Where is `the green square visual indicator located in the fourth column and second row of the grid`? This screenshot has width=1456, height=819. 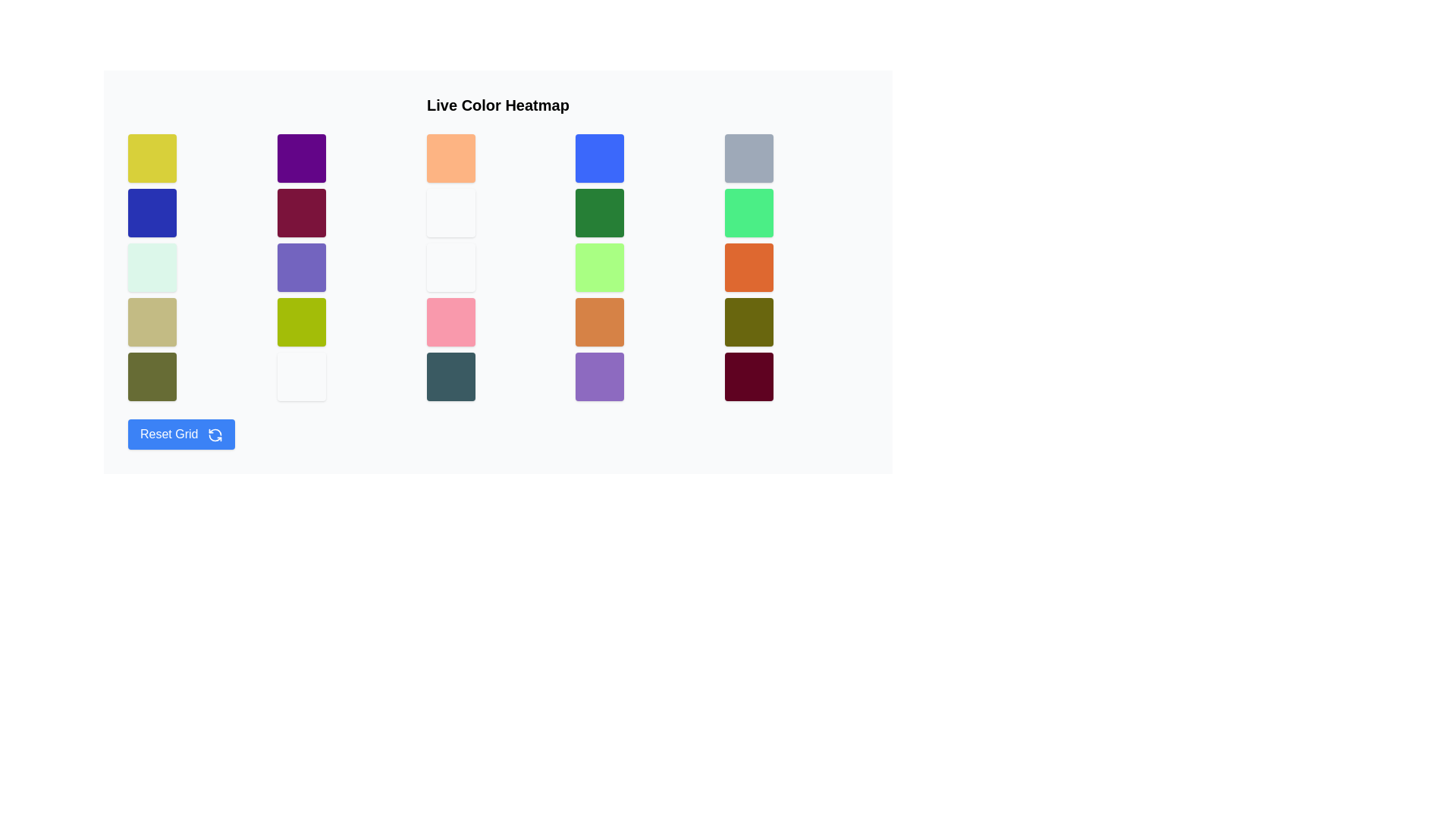
the green square visual indicator located in the fourth column and second row of the grid is located at coordinates (599, 213).